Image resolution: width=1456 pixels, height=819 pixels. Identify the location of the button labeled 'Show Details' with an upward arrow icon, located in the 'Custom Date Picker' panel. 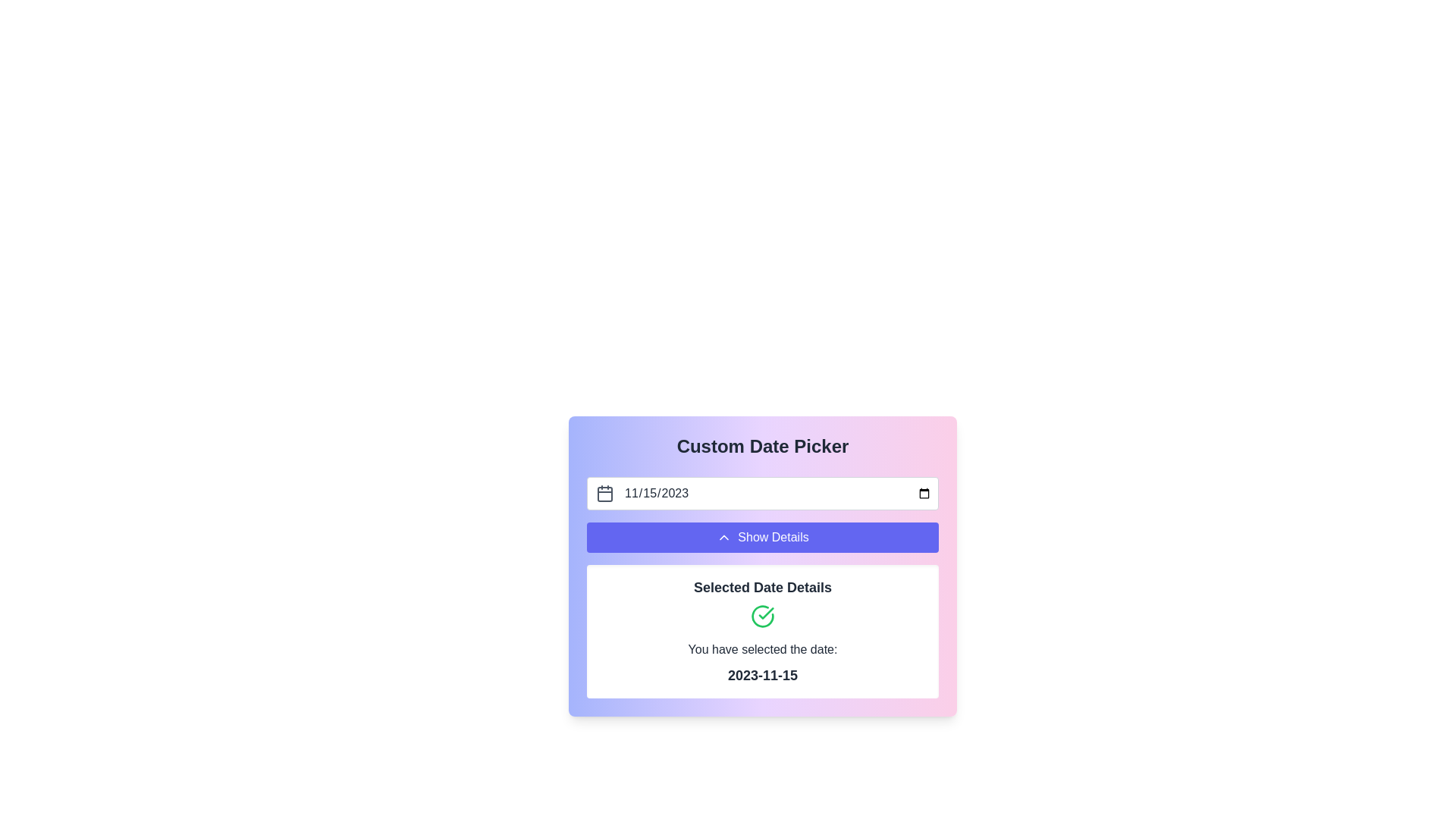
(763, 537).